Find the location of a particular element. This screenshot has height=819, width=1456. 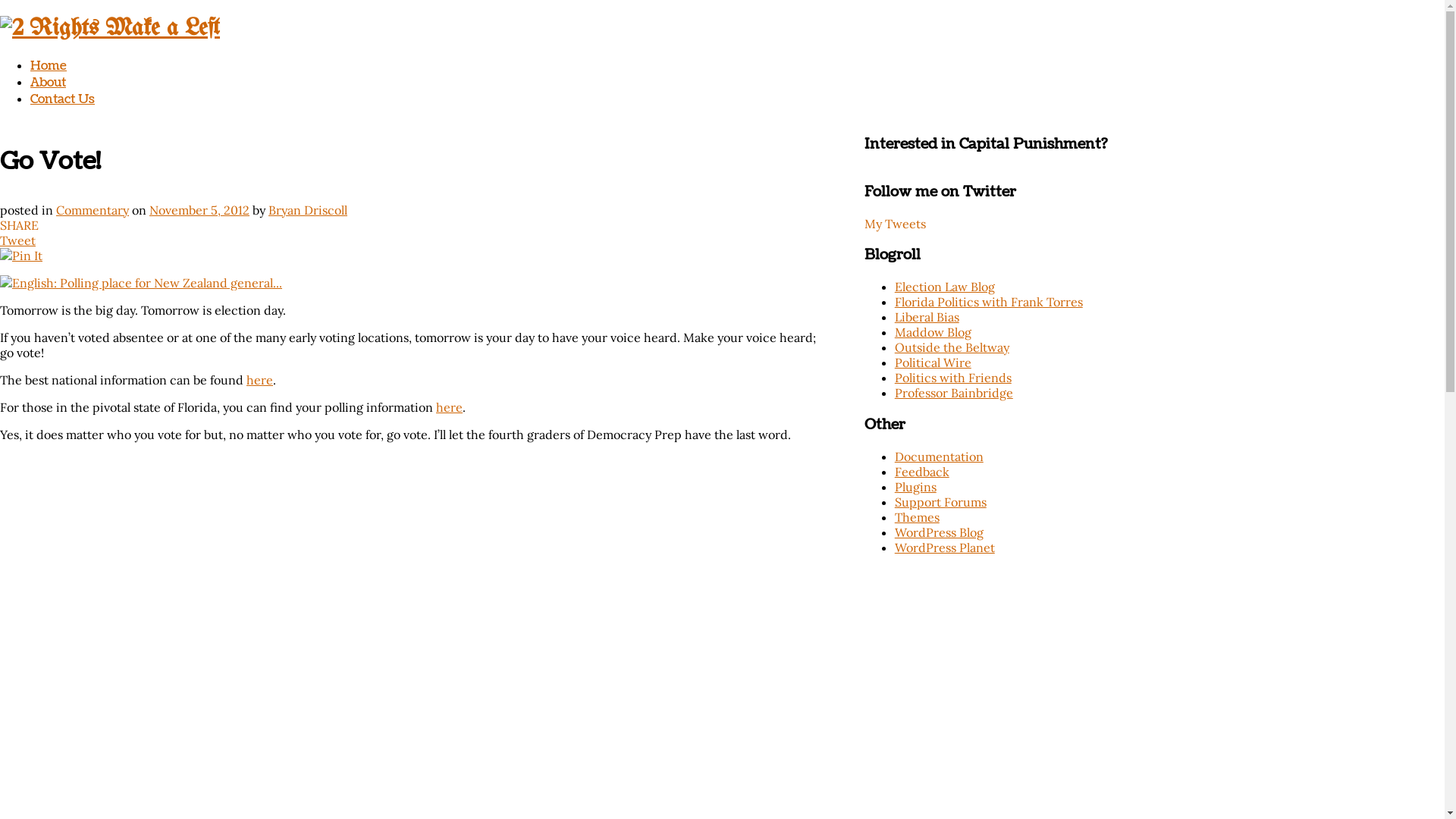

'Liberal Bias' is located at coordinates (895, 315).